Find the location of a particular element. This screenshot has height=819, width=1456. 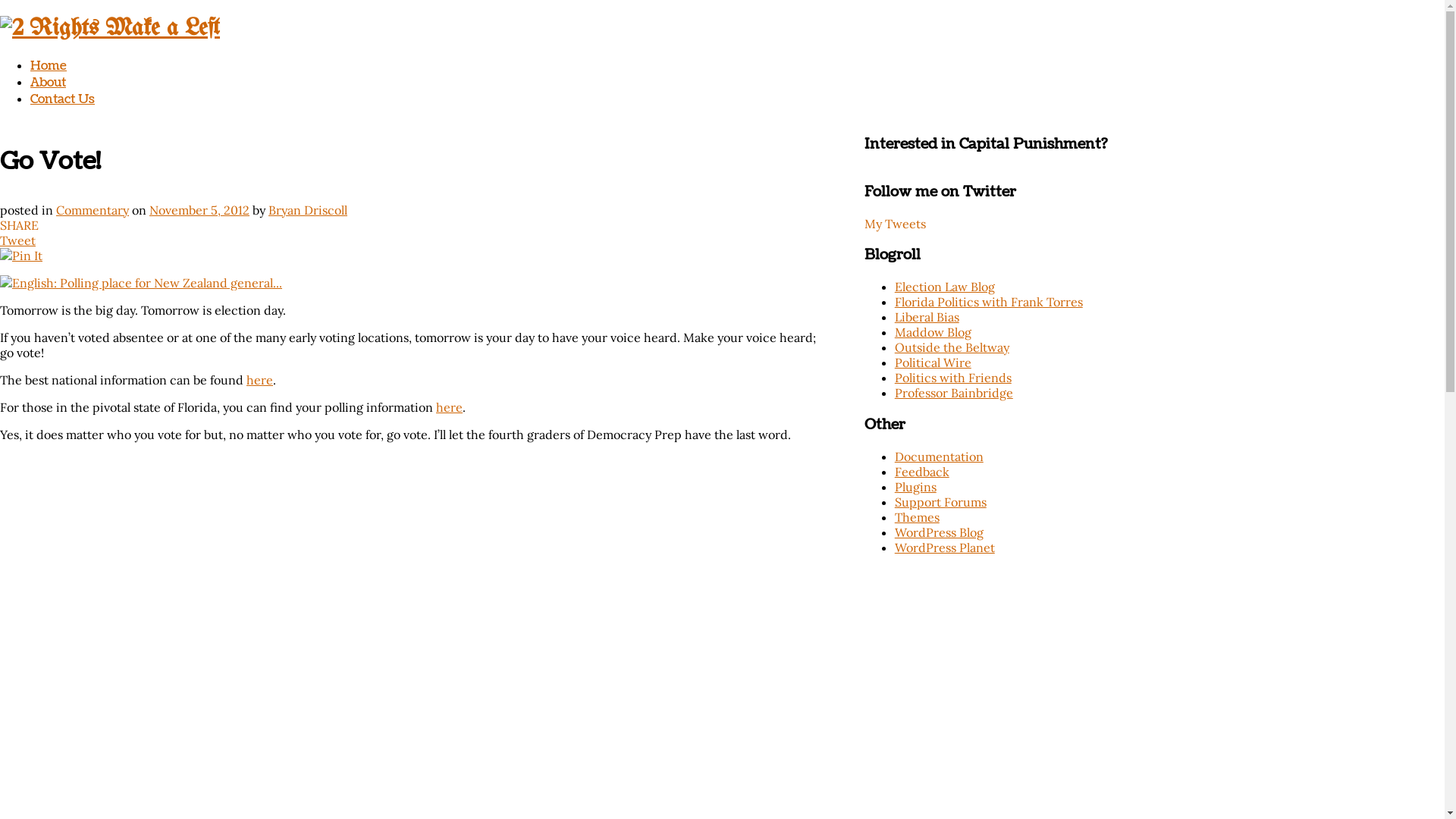

'Liberal Bias' is located at coordinates (895, 315).